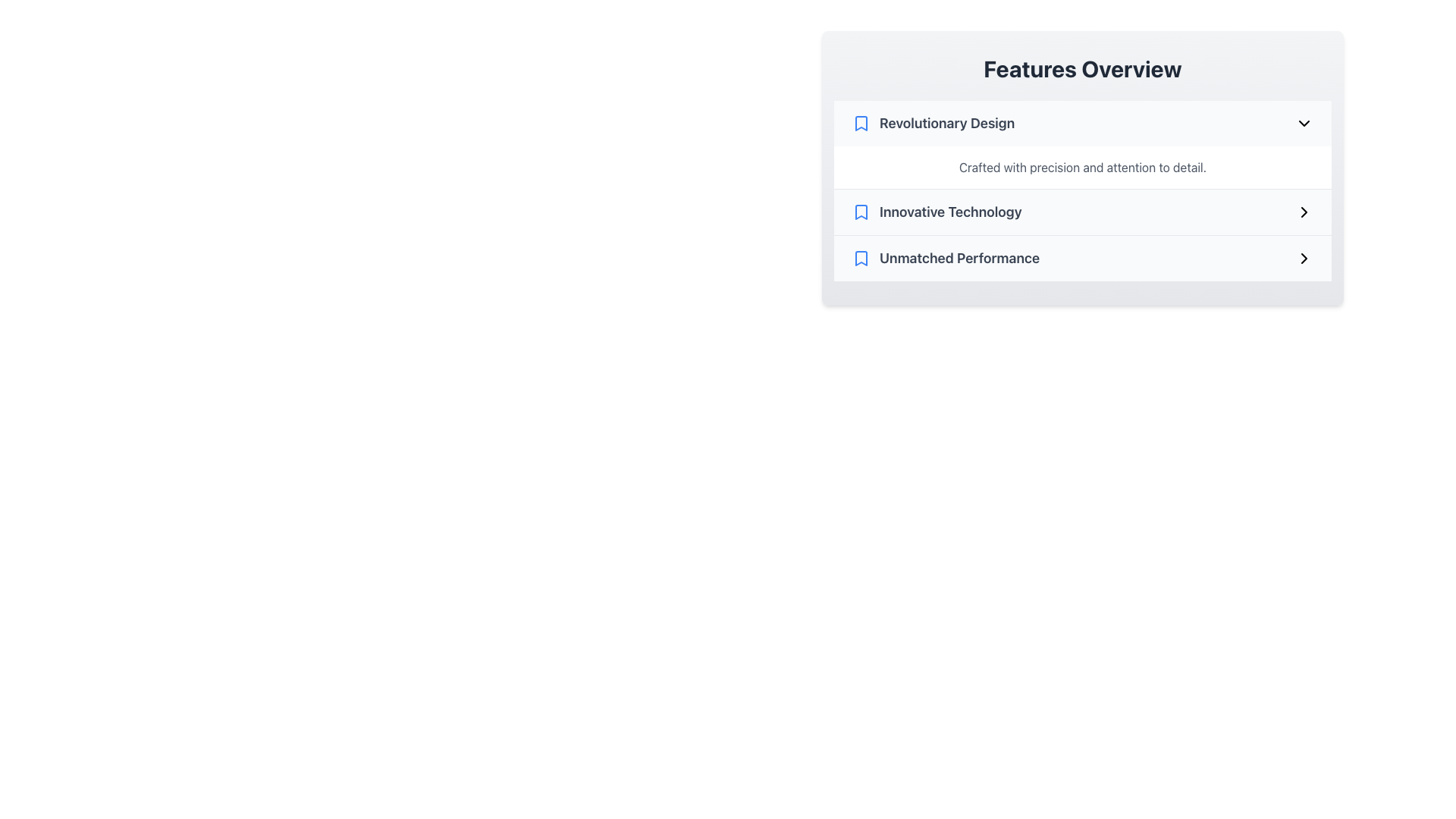  What do you see at coordinates (861, 212) in the screenshot?
I see `the blue bookmark icon located beside the 'Innovative Technology' menu option in the sidebar under 'Features Overview'` at bounding box center [861, 212].